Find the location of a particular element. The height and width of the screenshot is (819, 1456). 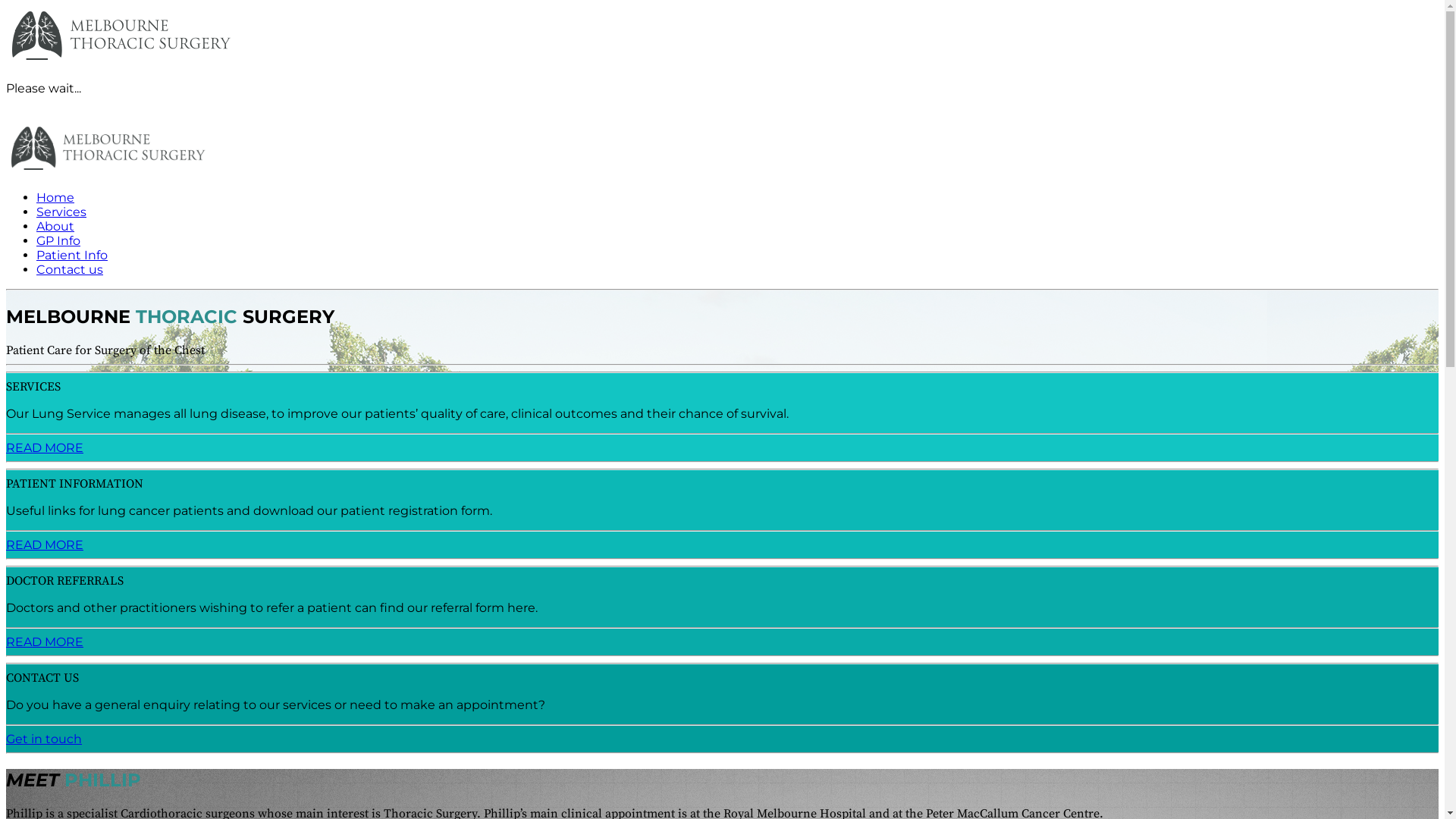

'Patient Info' is located at coordinates (71, 254).